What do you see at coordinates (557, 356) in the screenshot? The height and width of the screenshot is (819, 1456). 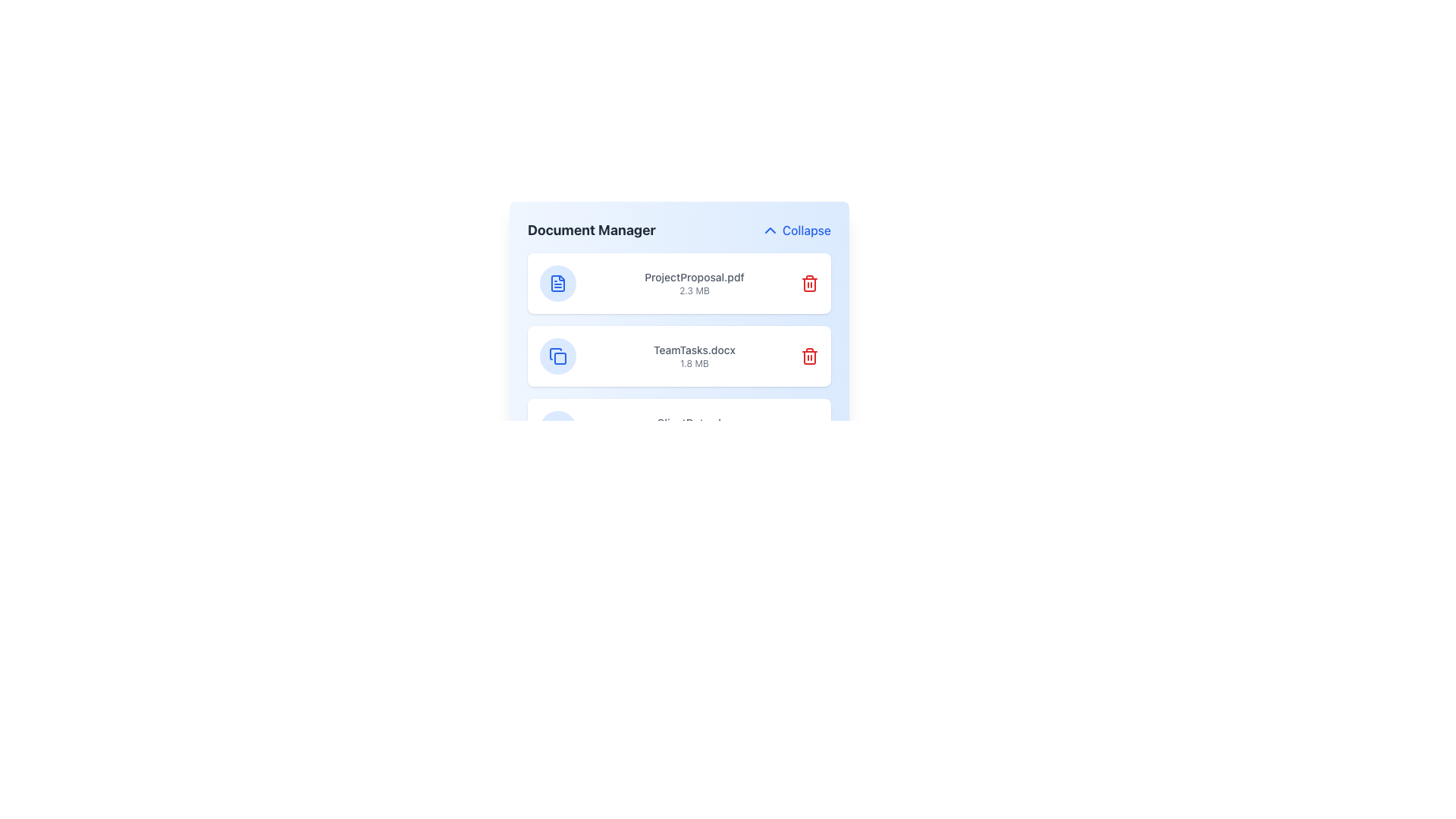 I see `the Icon Button for the copy functionality located in the second row of the document manager interface, positioned to the left of 'TeamTasks.docx 1.8 MB'` at bounding box center [557, 356].